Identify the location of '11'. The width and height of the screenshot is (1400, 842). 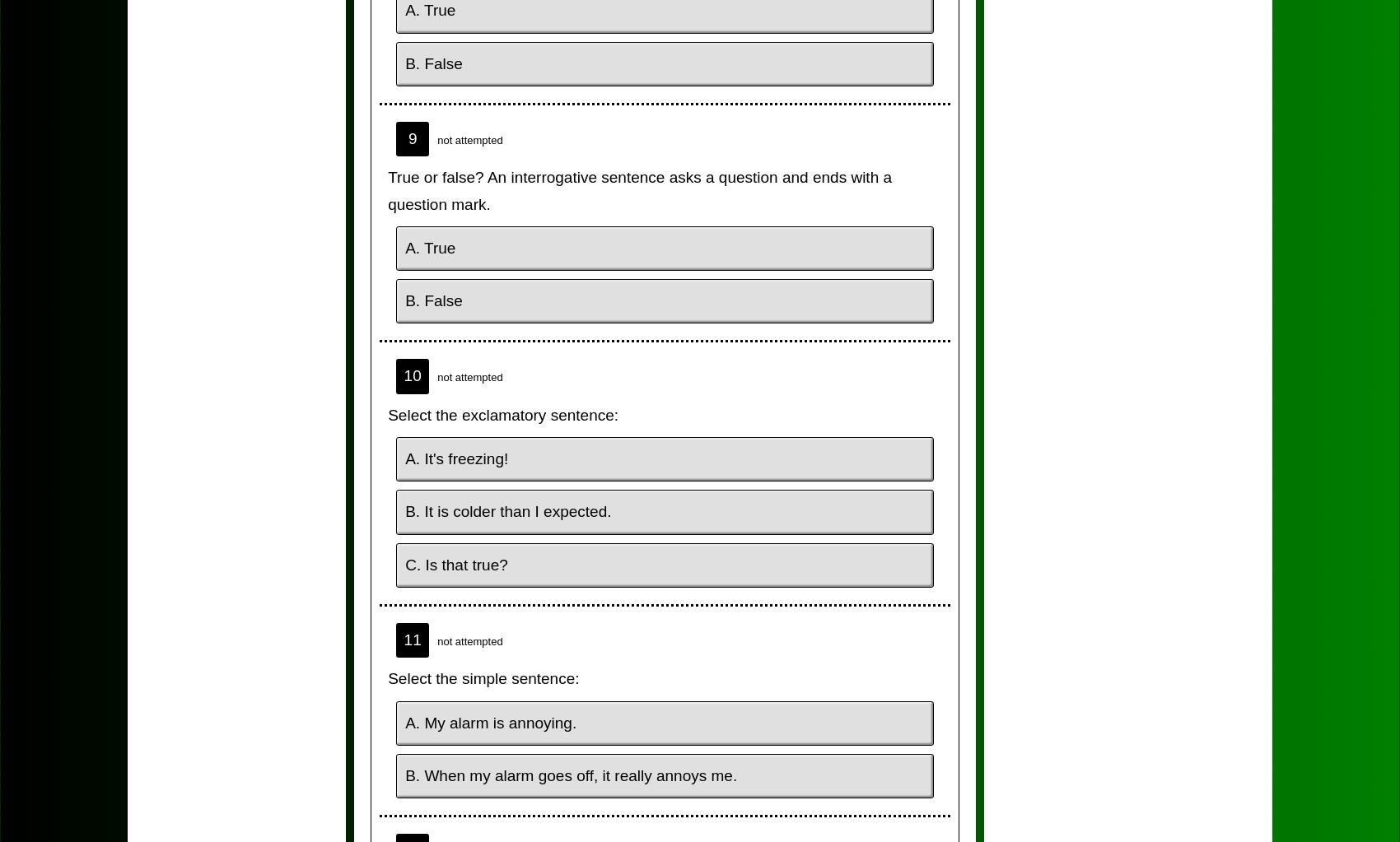
(412, 638).